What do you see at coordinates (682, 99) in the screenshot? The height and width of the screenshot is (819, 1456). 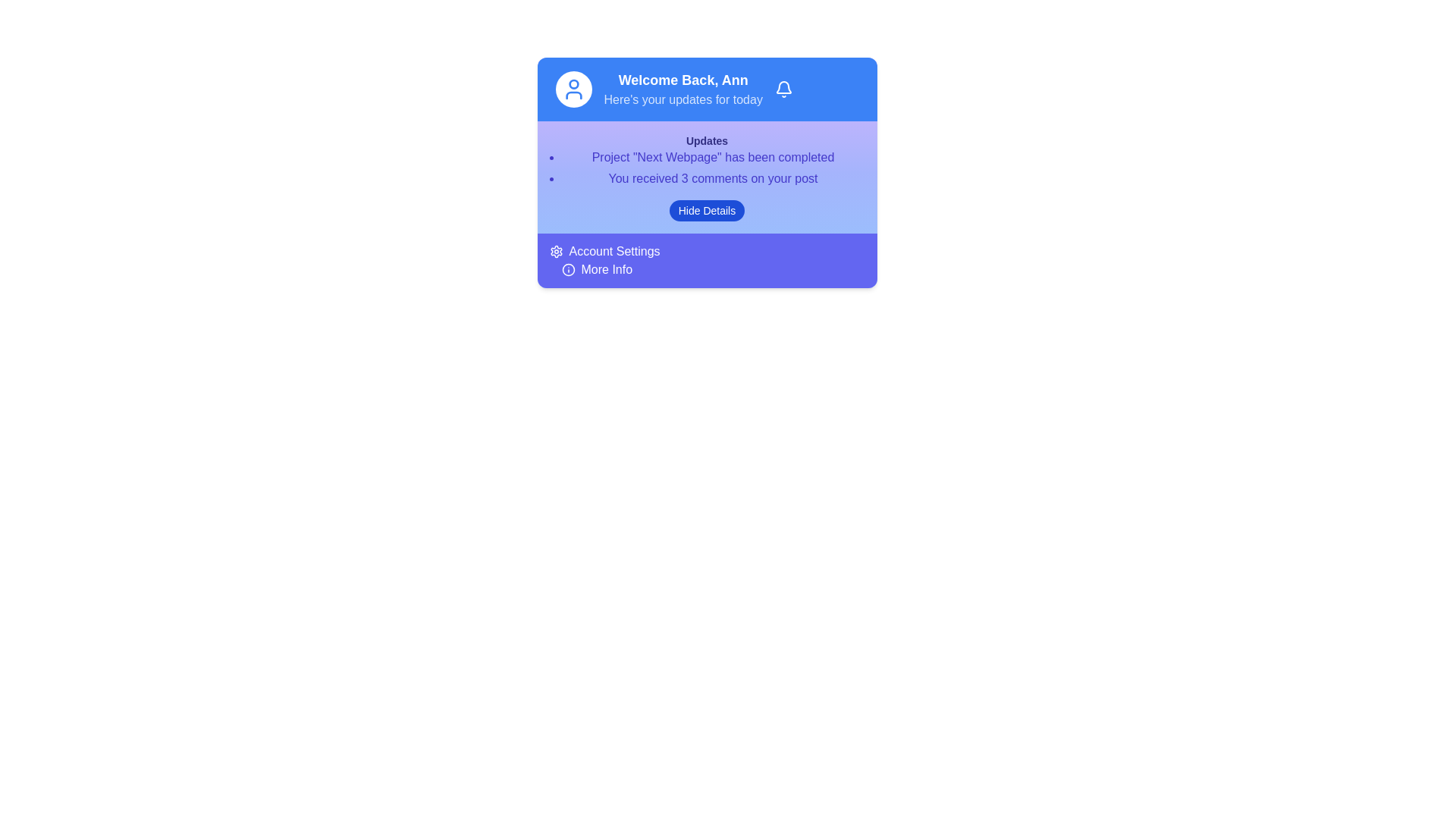 I see `the text label displaying 'Here's your updates for today', which is positioned centrally beneath the welcoming header 'Welcome Back, Ann'` at bounding box center [682, 99].